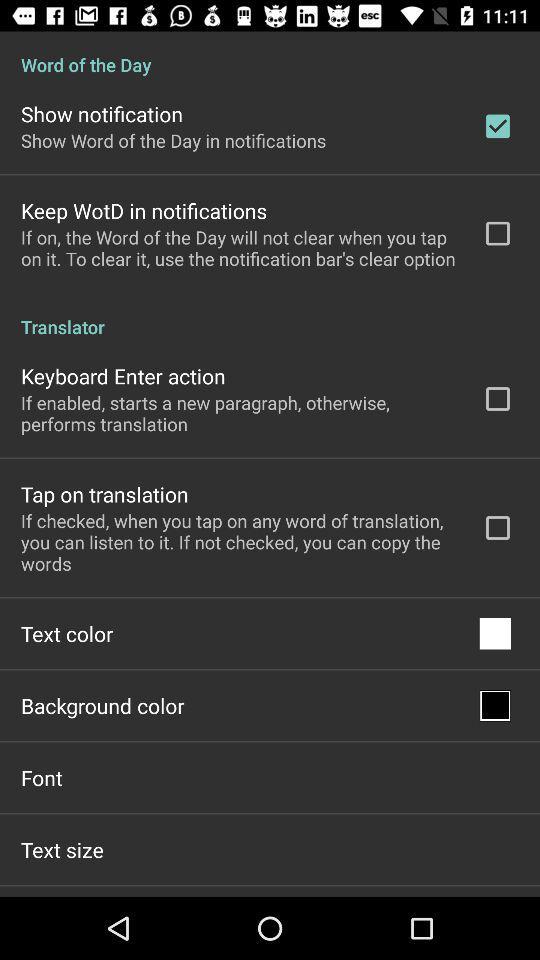 This screenshot has width=540, height=960. I want to click on the show notification, so click(102, 114).